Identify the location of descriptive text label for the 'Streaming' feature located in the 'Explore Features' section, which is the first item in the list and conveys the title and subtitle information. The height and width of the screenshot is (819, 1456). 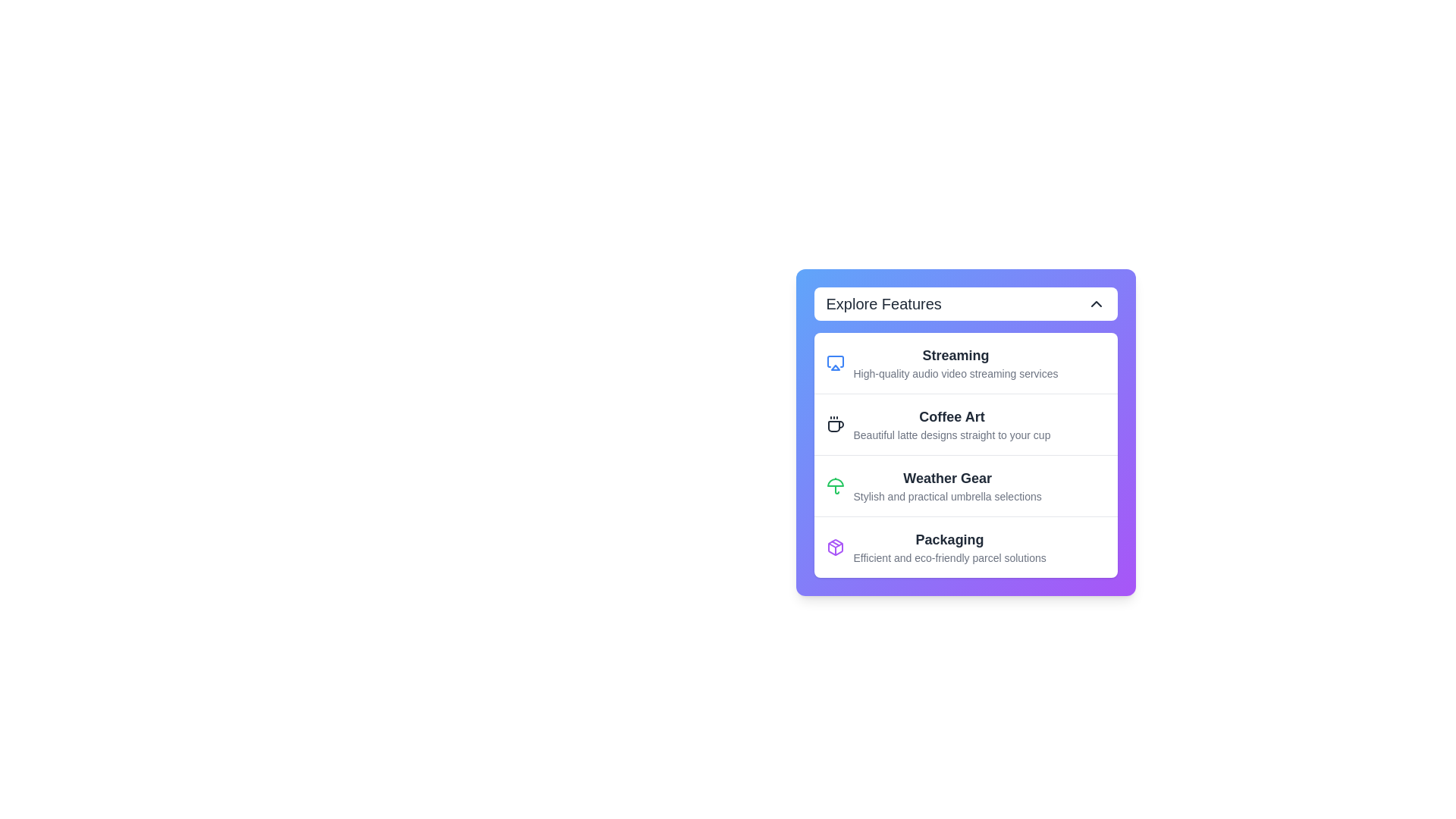
(955, 362).